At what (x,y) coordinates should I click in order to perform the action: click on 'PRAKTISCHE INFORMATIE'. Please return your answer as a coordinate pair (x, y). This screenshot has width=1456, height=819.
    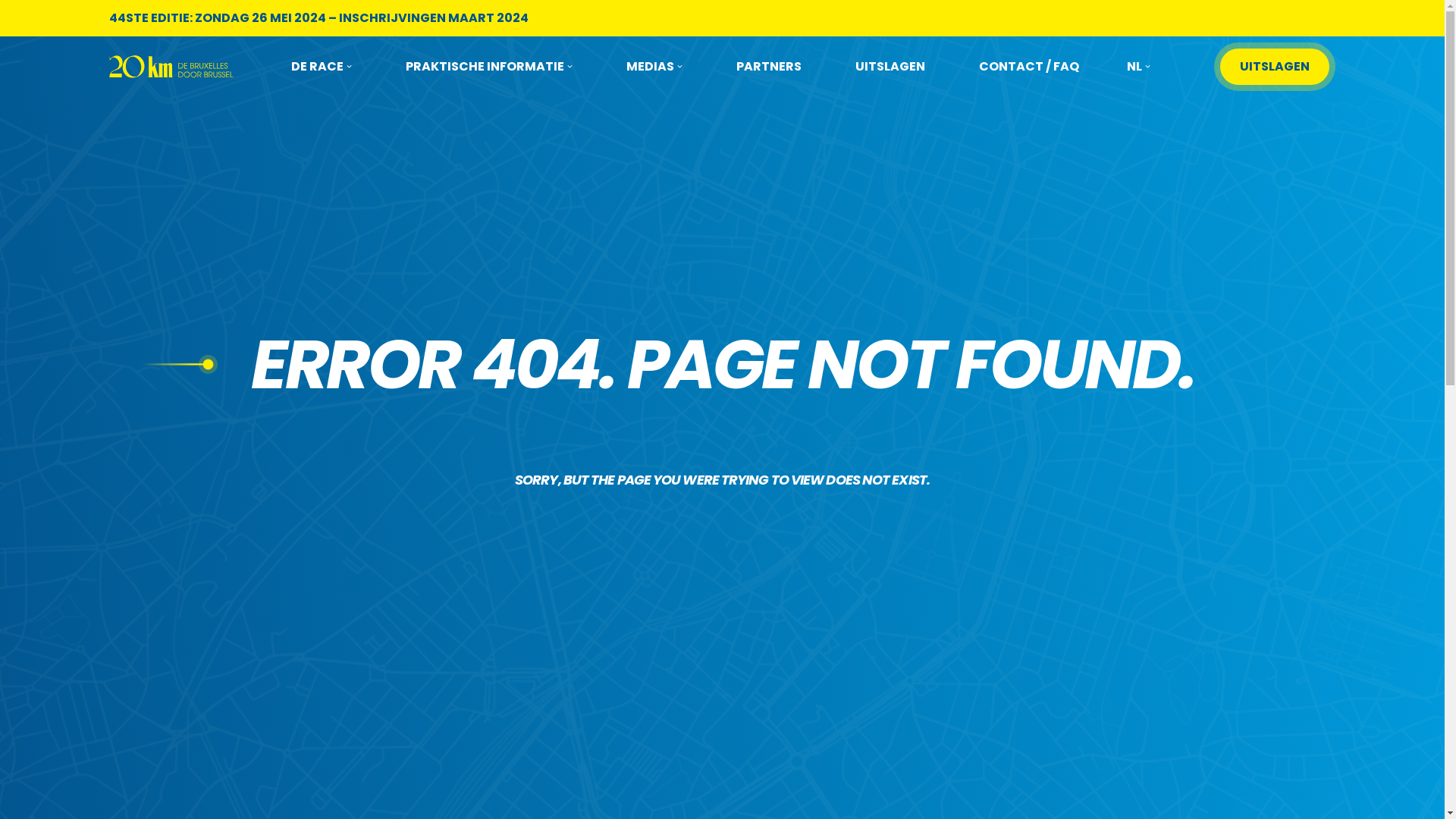
    Looking at the image, I should click on (488, 66).